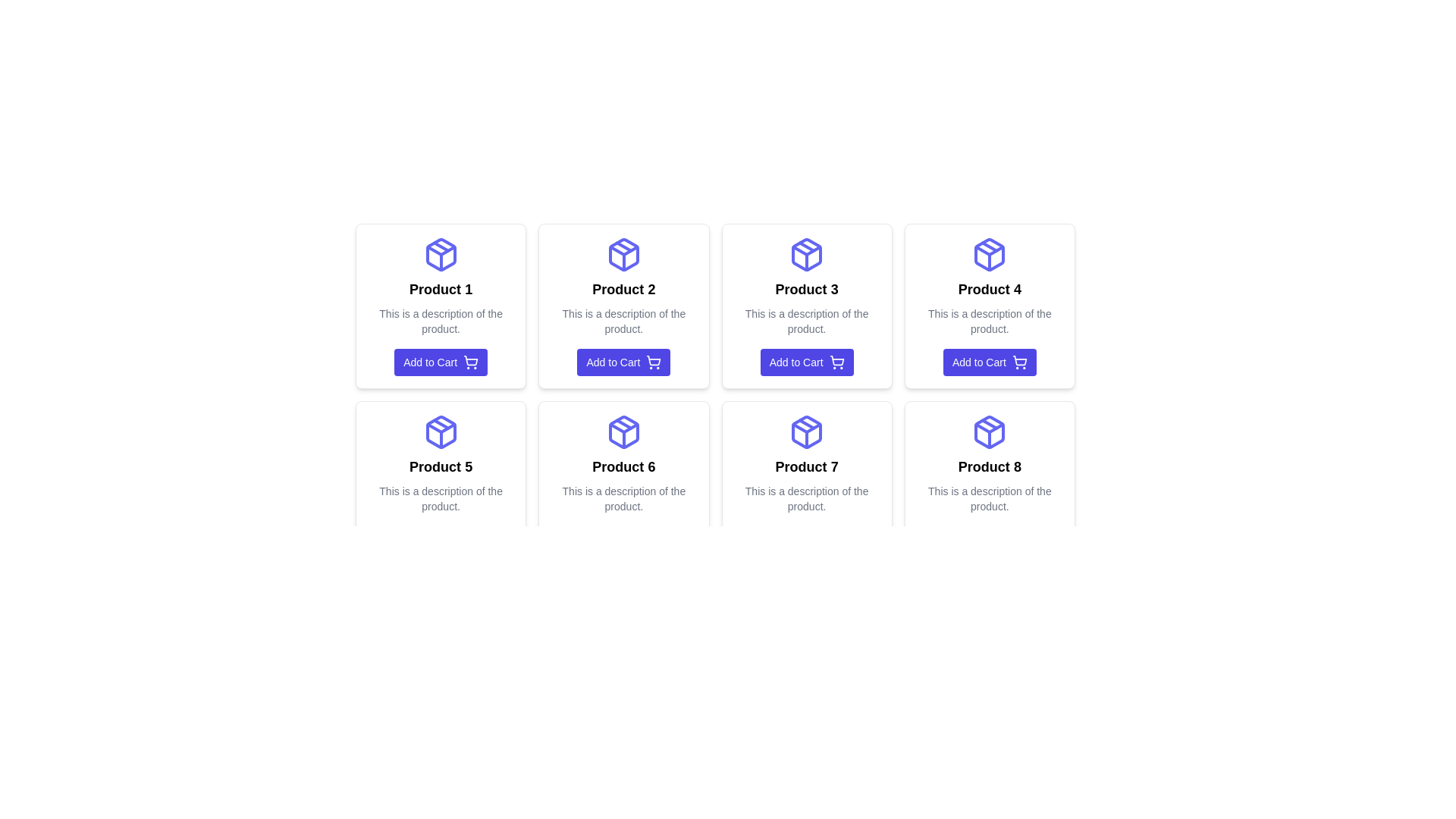 The height and width of the screenshot is (819, 1456). Describe the element at coordinates (440, 321) in the screenshot. I see `the descriptive text label for 'Product 1' located within the top-left card of the grid layout, positioned below the title and above the 'Add to Cart' button` at that location.